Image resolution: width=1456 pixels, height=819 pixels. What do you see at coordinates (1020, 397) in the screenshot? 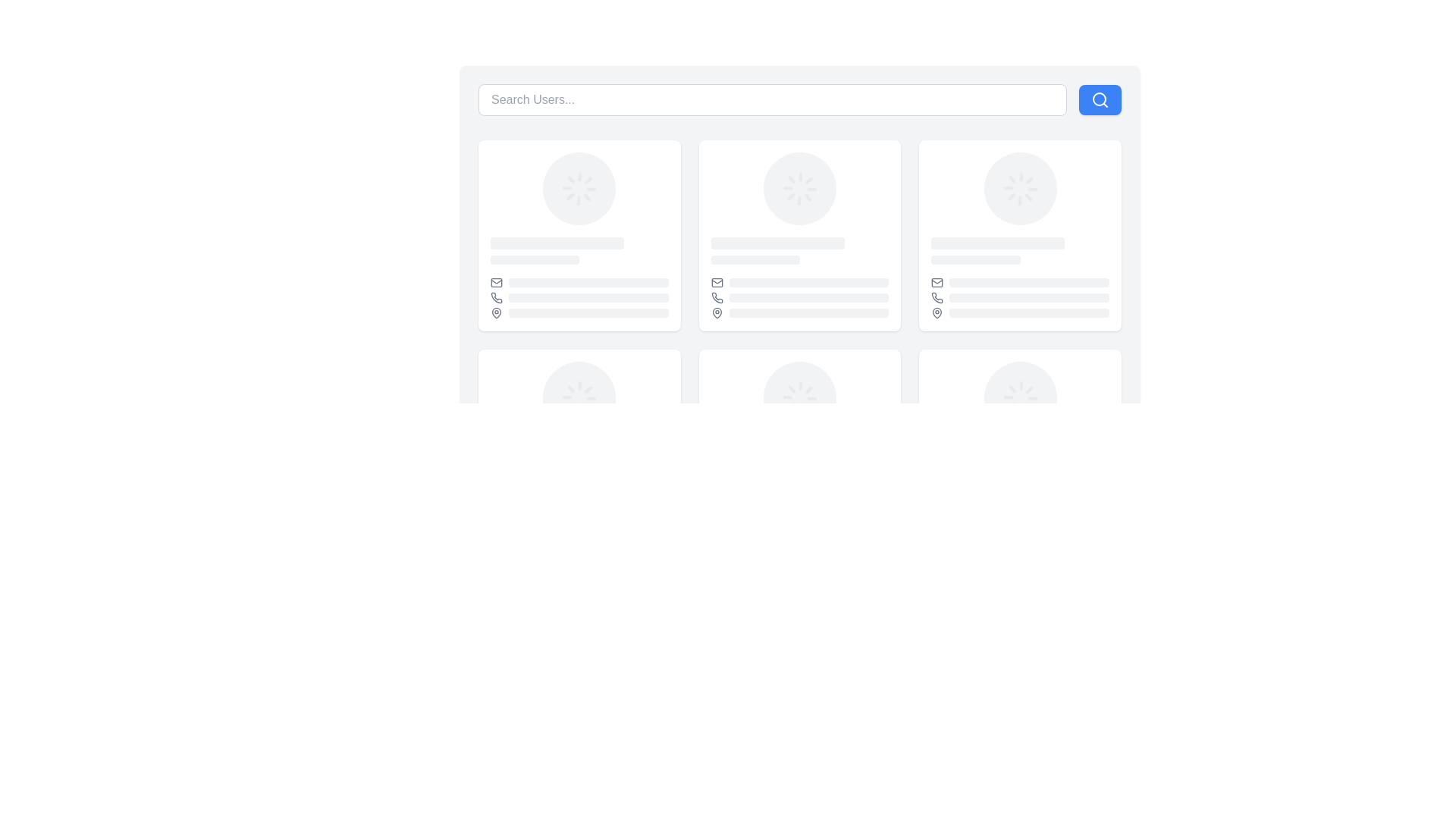
I see `the loading indicator or spinner located in the central circular area of the card in the far-right column of the bottom row of the card grid layout` at bounding box center [1020, 397].